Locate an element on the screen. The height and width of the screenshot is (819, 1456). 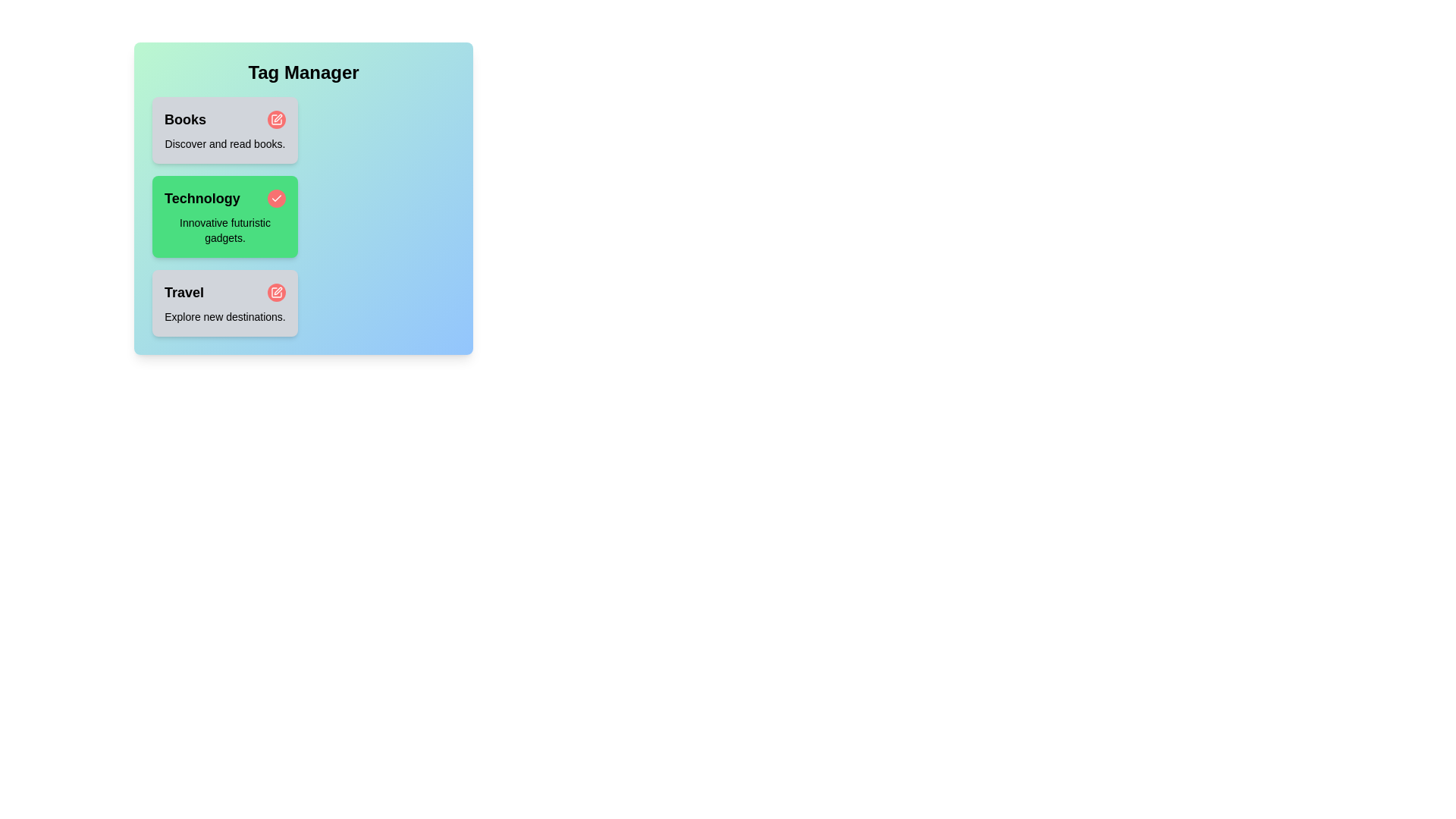
the tag name Travel to focus on it is located at coordinates (184, 292).